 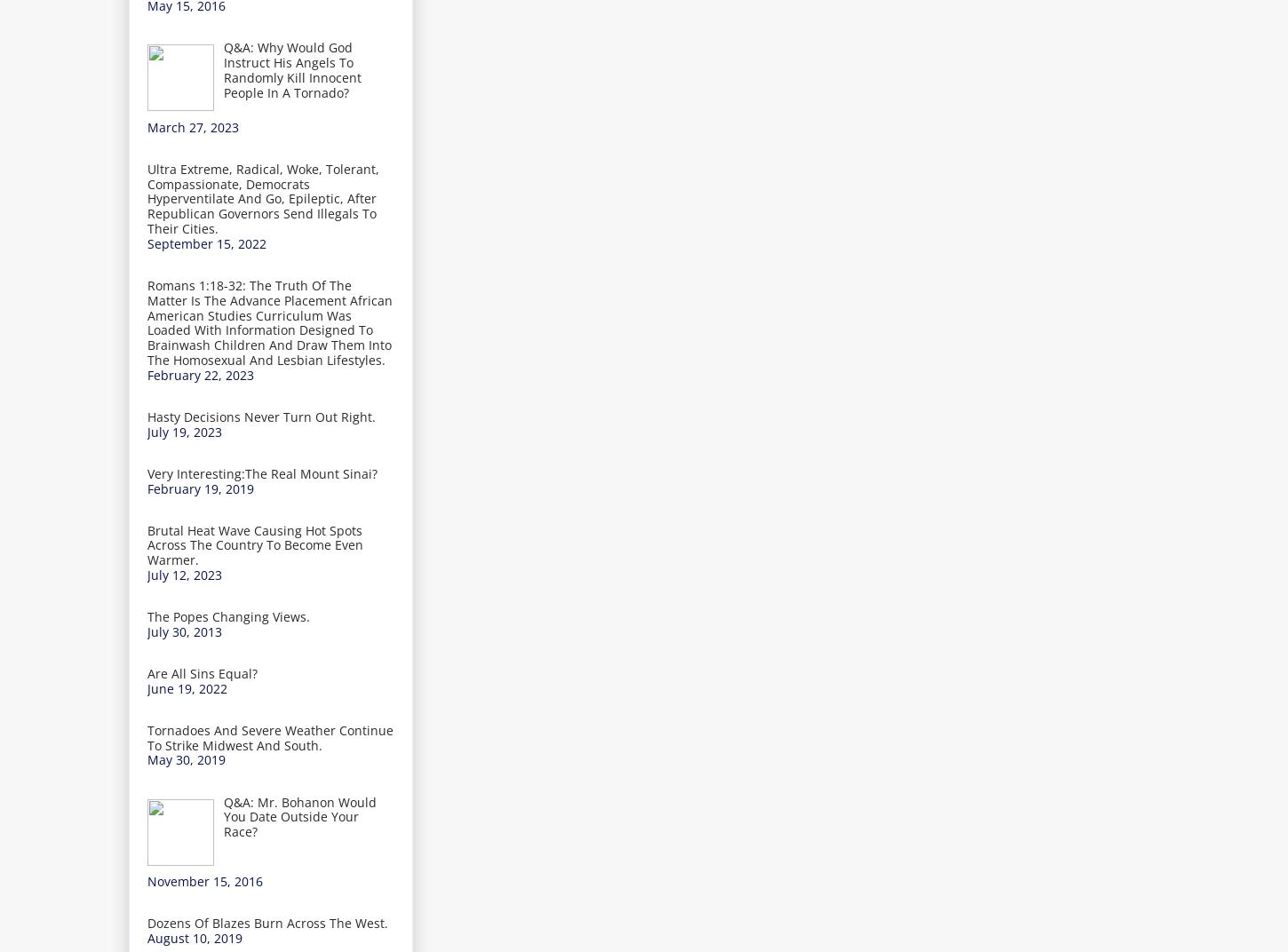 I want to click on 'February 22, 2023', so click(x=147, y=373).